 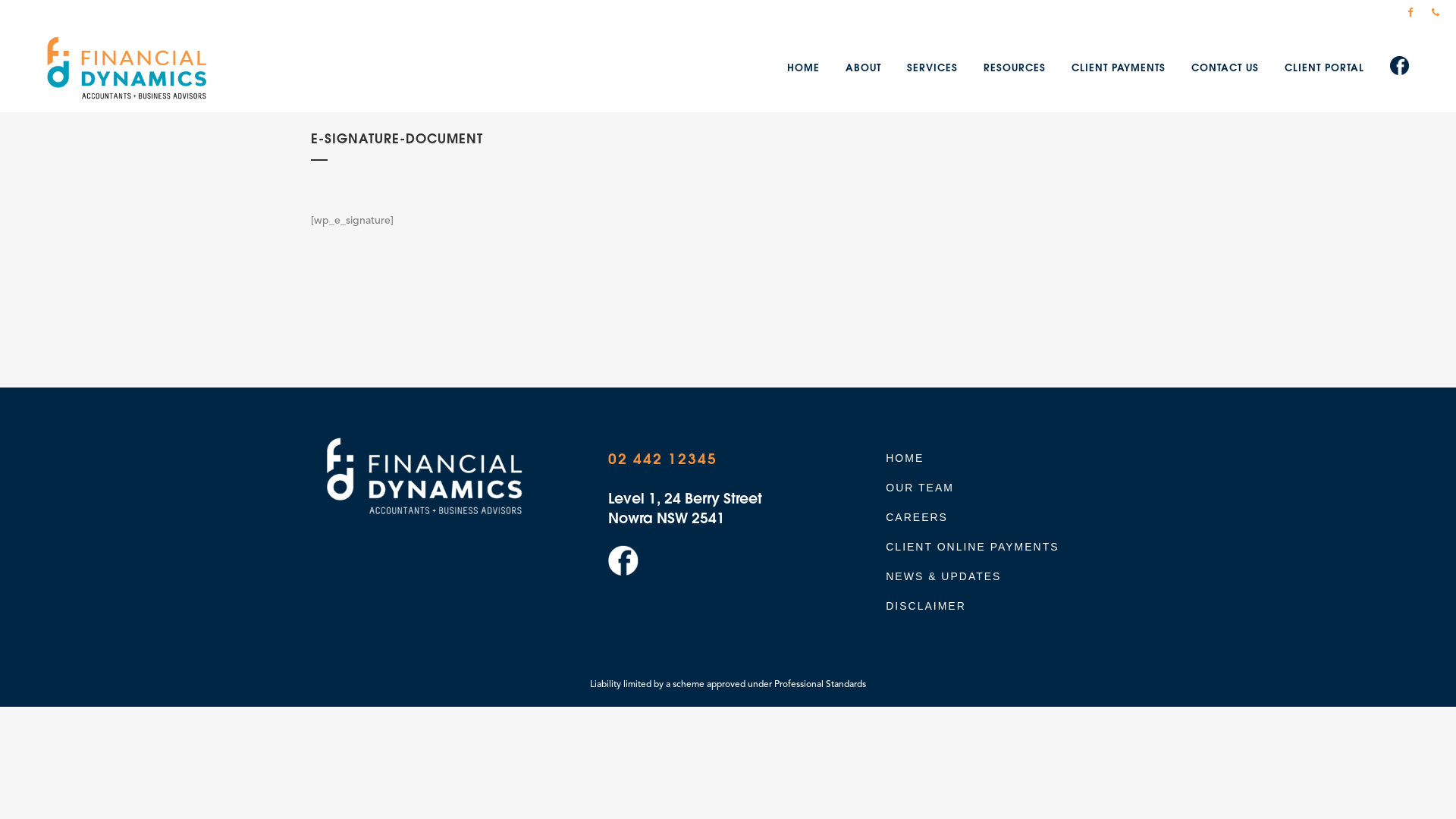 I want to click on 'CLIENT PORTAL', so click(x=1323, y=68).